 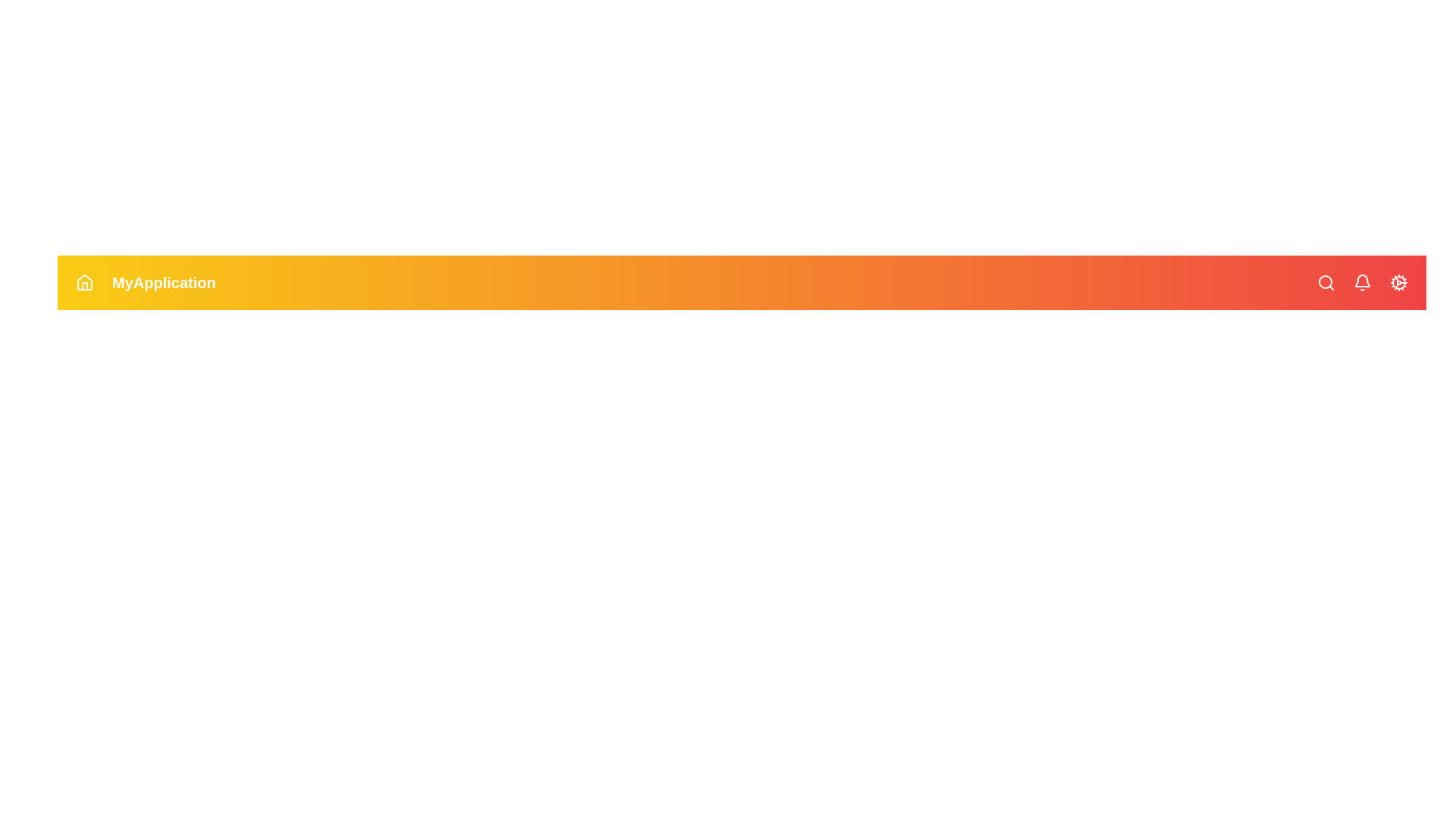 What do you see at coordinates (1398, 283) in the screenshot?
I see `the settings icon button located as the fourth icon from the right in the top navigation bar` at bounding box center [1398, 283].